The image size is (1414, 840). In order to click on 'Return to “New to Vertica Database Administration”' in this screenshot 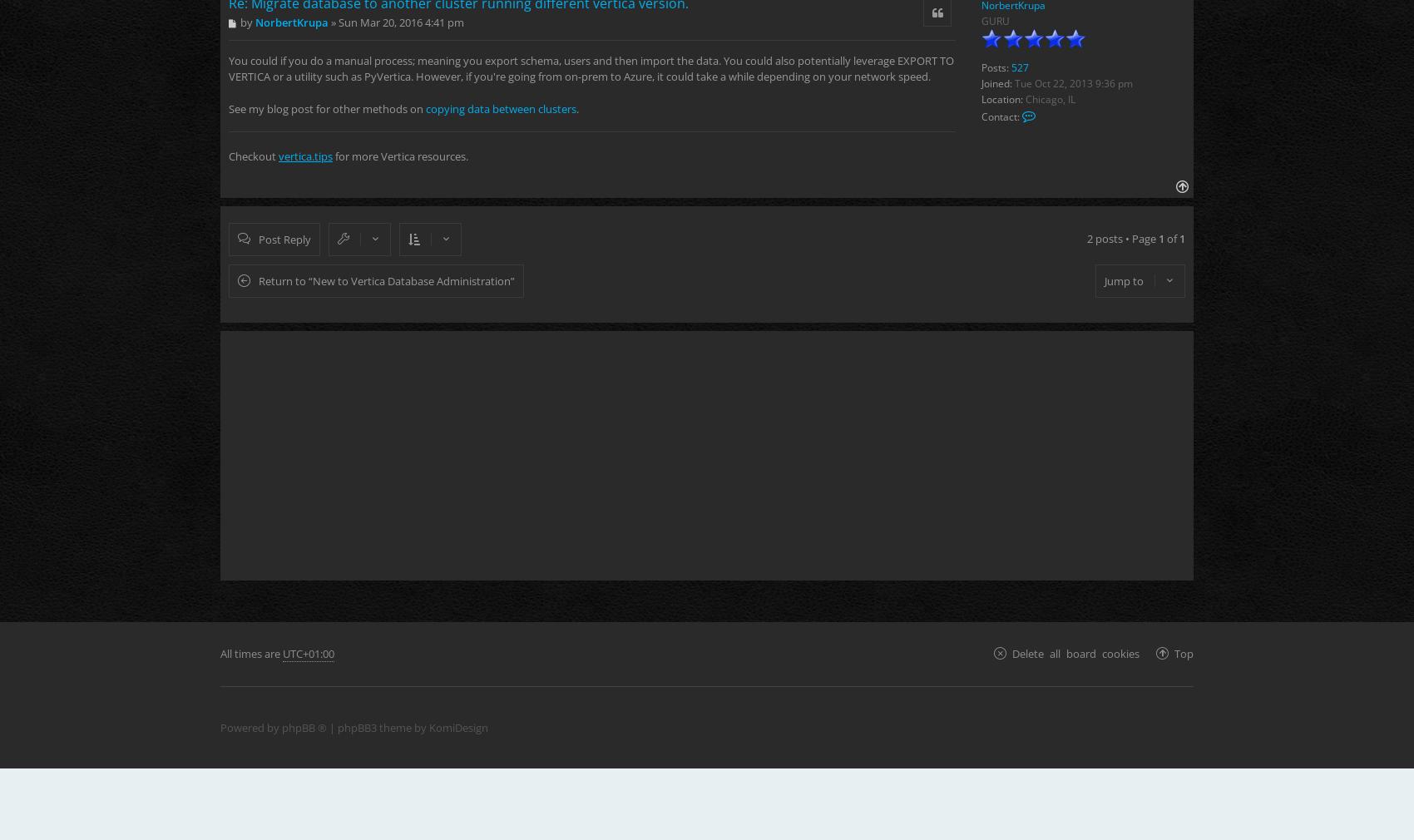, I will do `click(386, 281)`.